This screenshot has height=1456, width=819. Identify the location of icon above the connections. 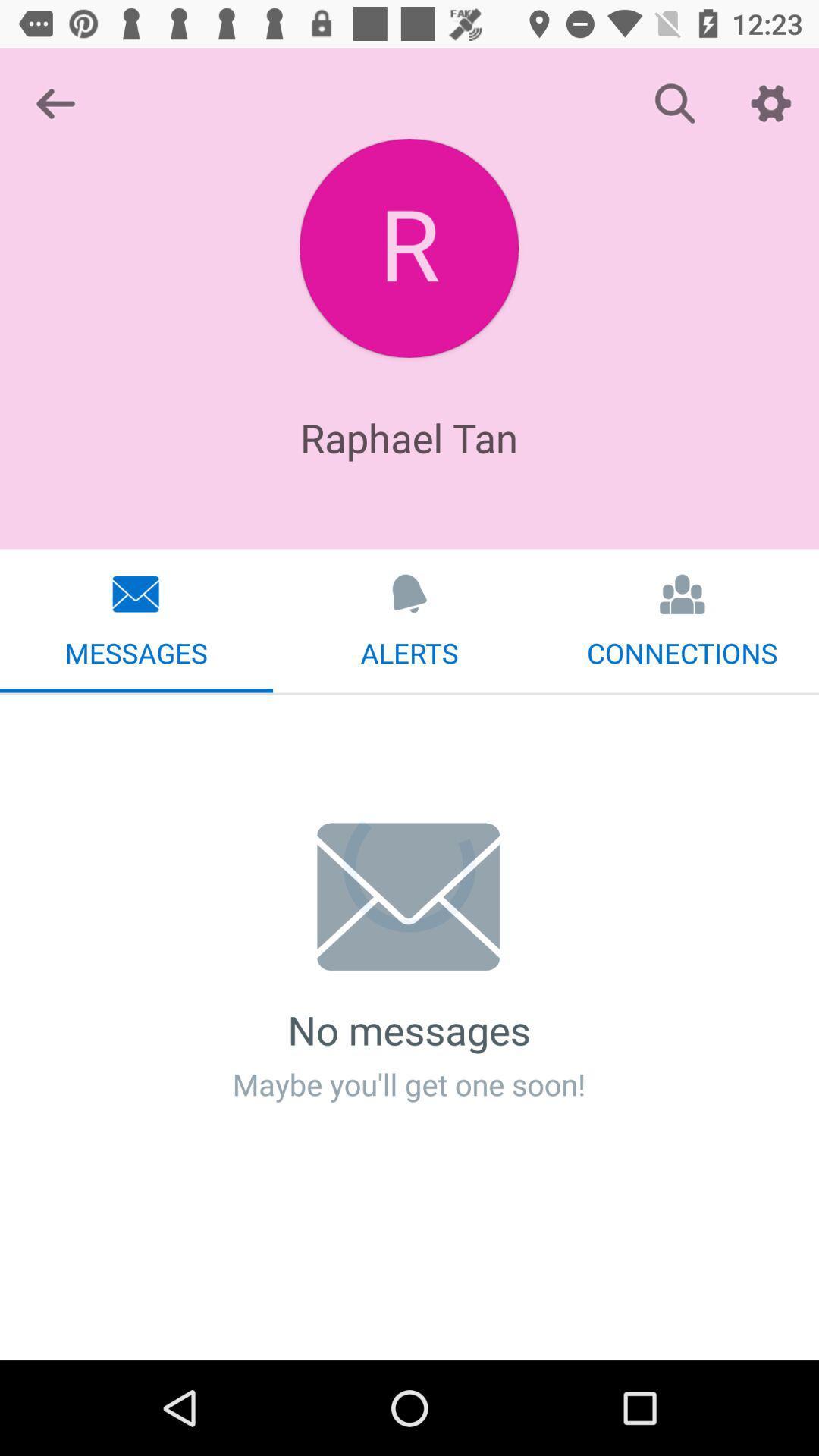
(771, 102).